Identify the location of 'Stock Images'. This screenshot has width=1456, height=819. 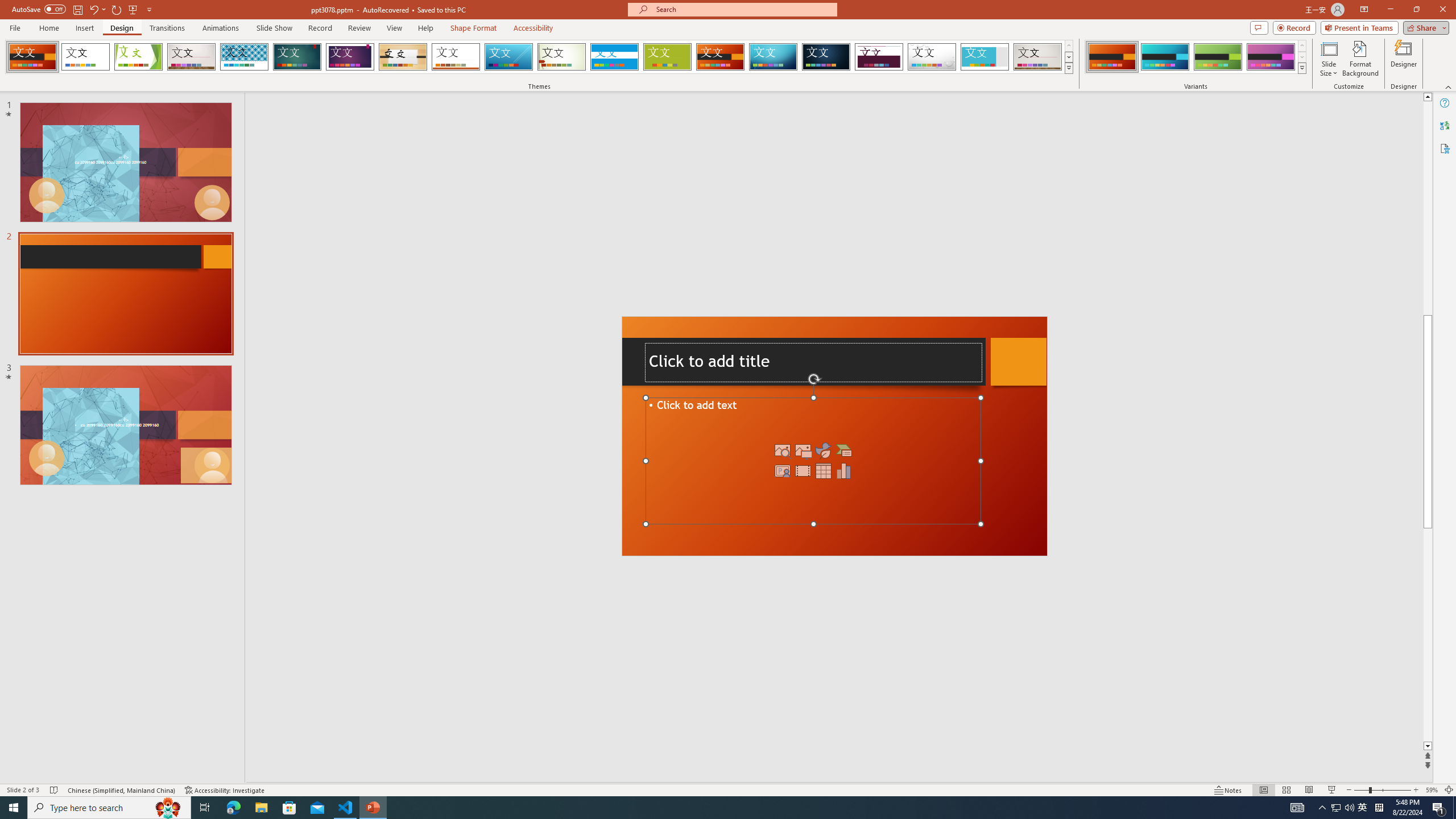
(782, 450).